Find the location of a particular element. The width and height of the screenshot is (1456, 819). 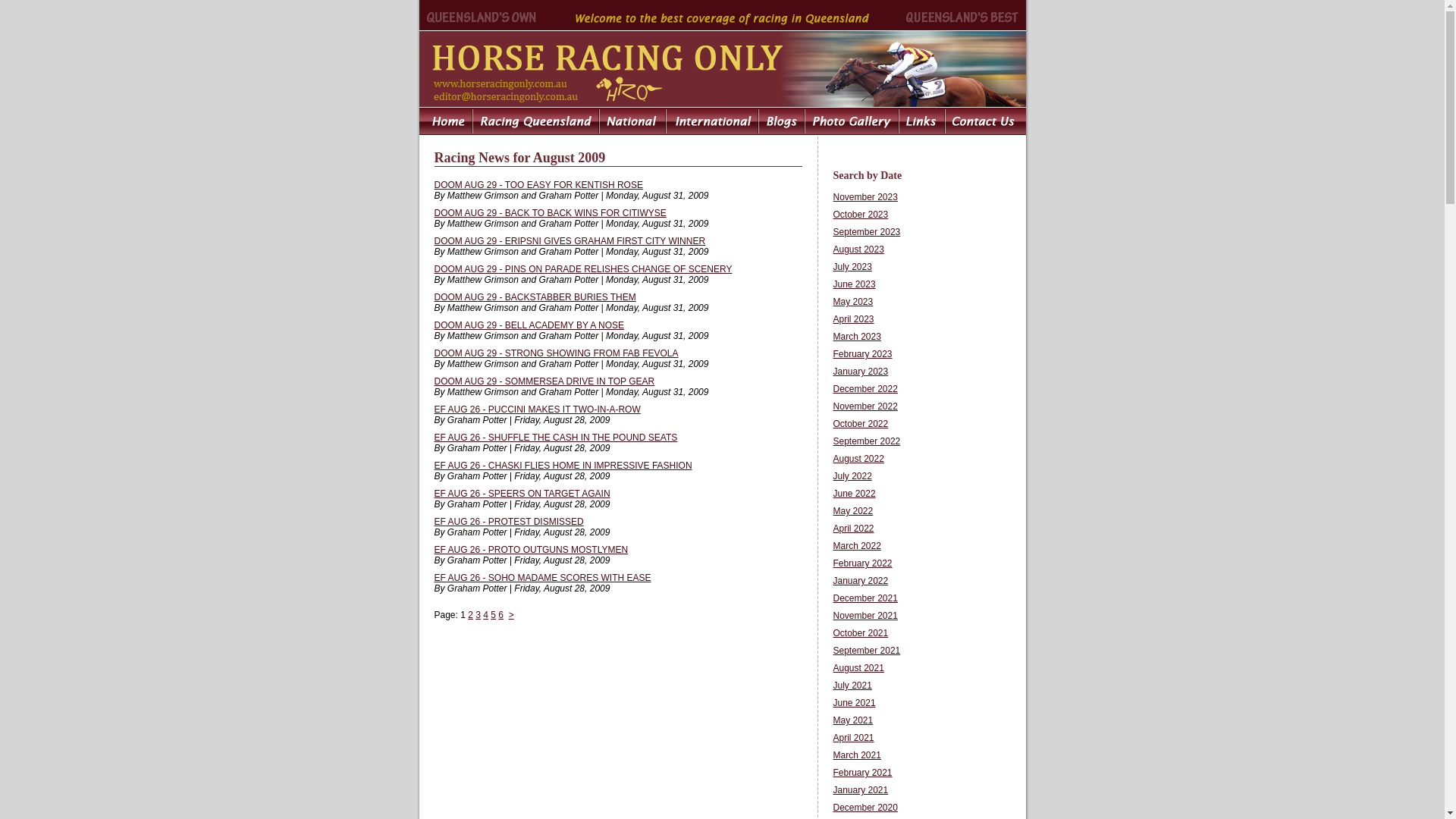

'EF AUG 26 - SOHO MADAME SCORES WITH EASE' is located at coordinates (542, 578).